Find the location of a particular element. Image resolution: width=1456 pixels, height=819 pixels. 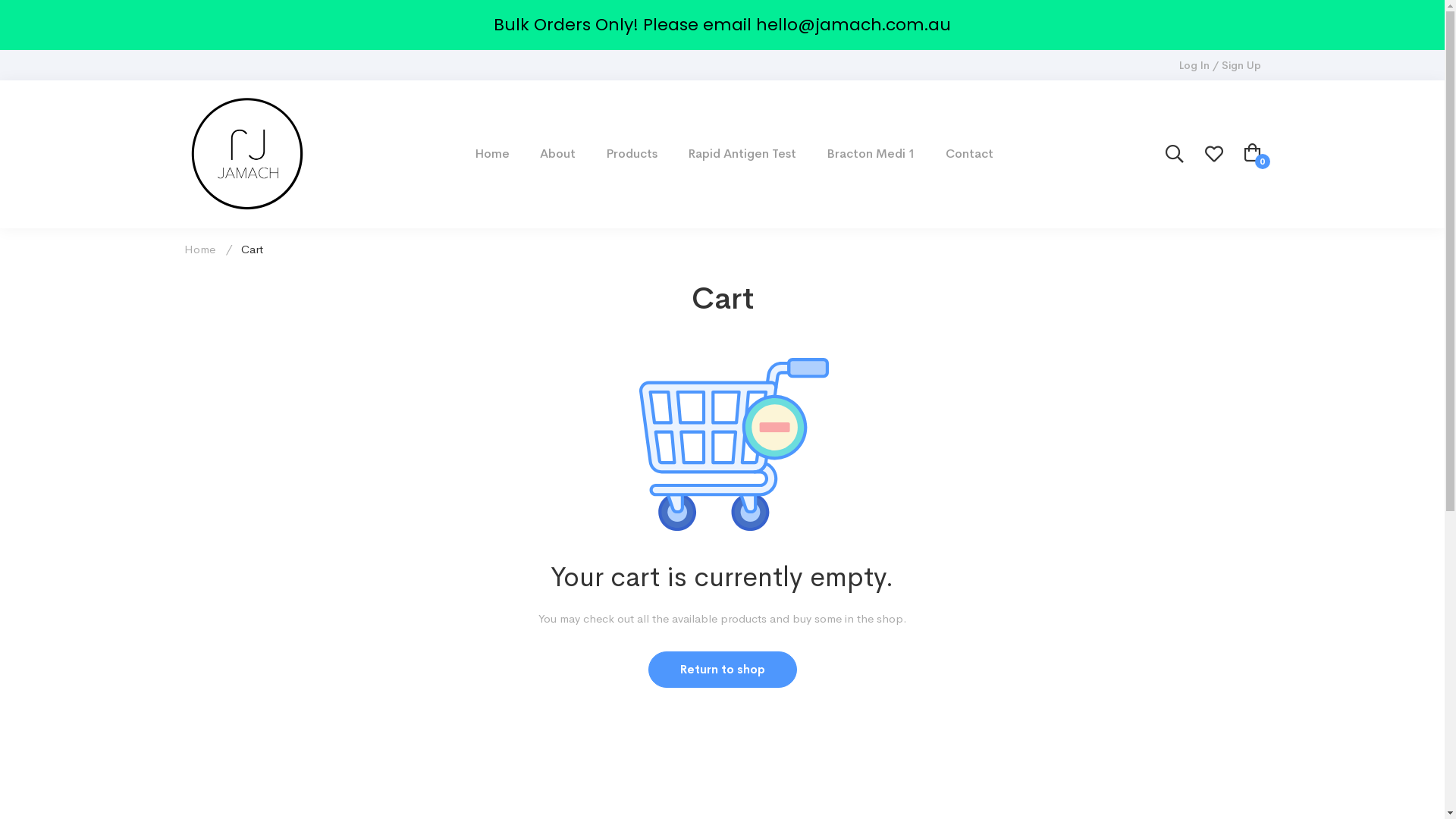

'Products' is located at coordinates (590, 154).